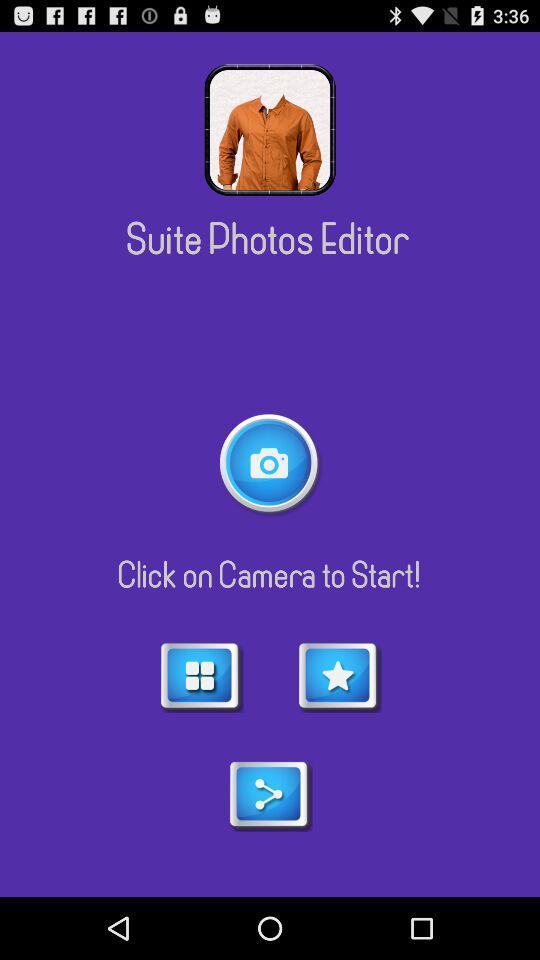  What do you see at coordinates (270, 464) in the screenshot?
I see `take a picture` at bounding box center [270, 464].